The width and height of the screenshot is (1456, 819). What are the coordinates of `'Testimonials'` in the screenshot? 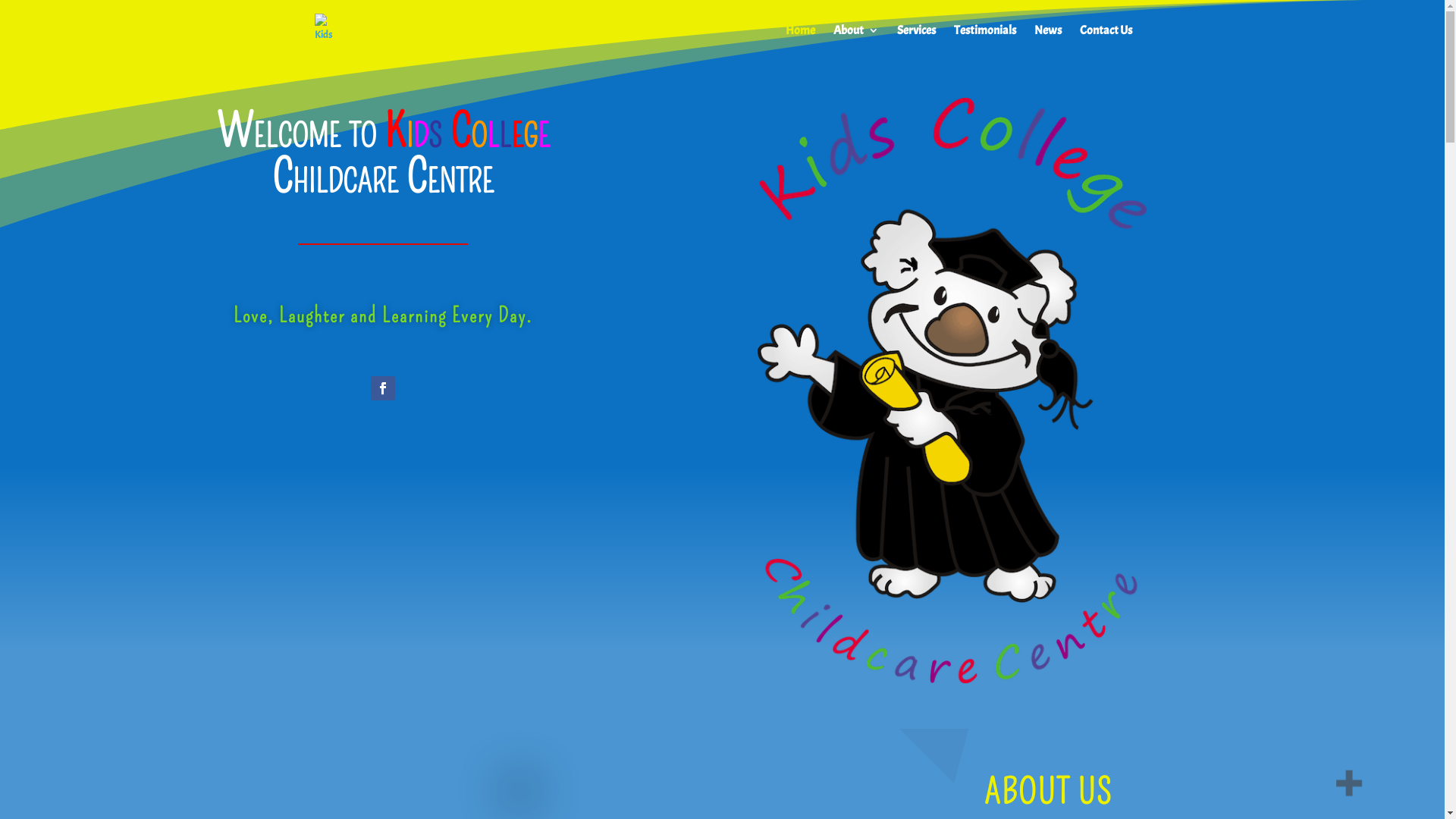 It's located at (985, 42).